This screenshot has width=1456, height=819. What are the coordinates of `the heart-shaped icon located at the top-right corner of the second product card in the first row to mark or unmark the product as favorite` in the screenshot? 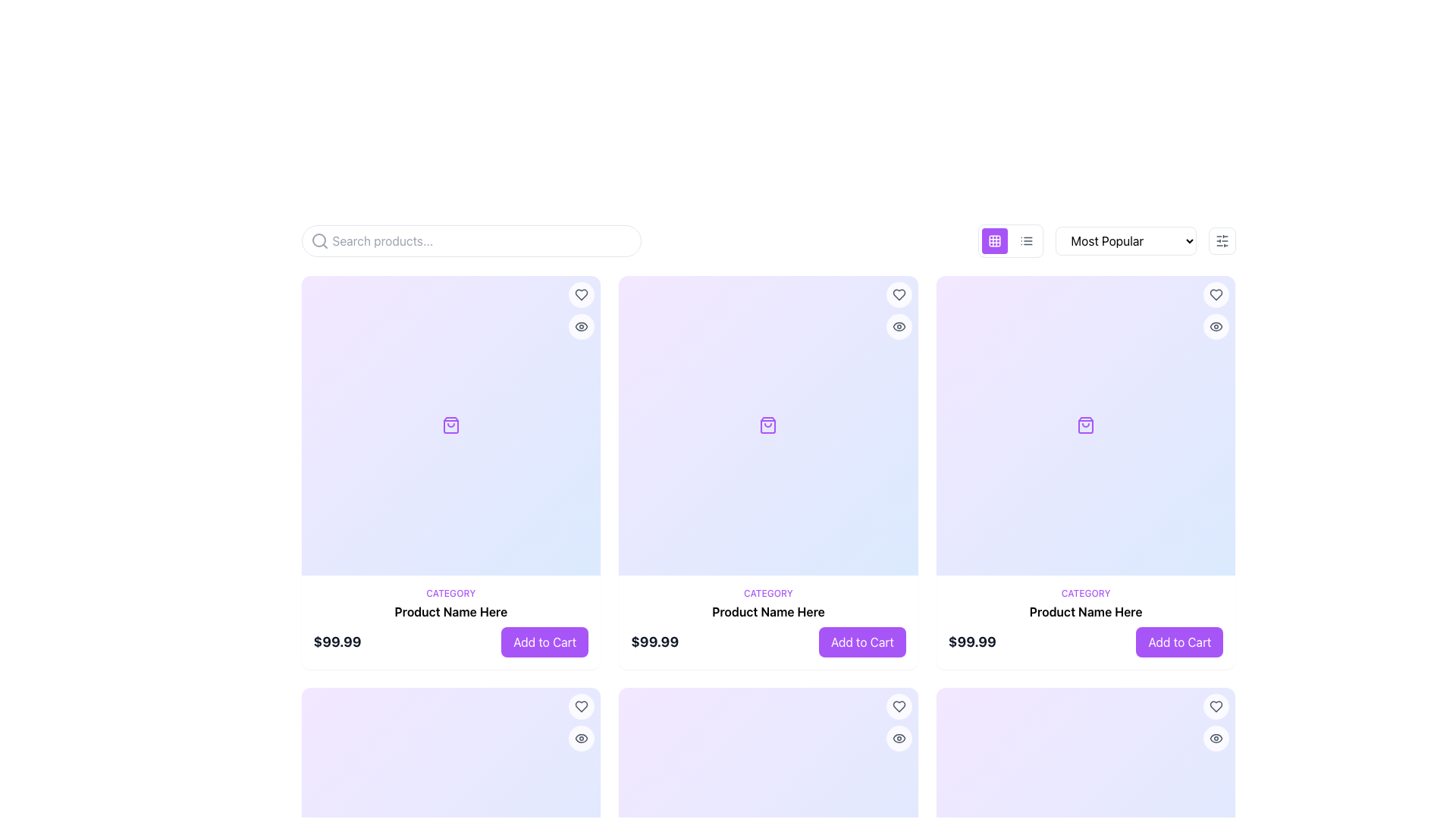 It's located at (899, 706).